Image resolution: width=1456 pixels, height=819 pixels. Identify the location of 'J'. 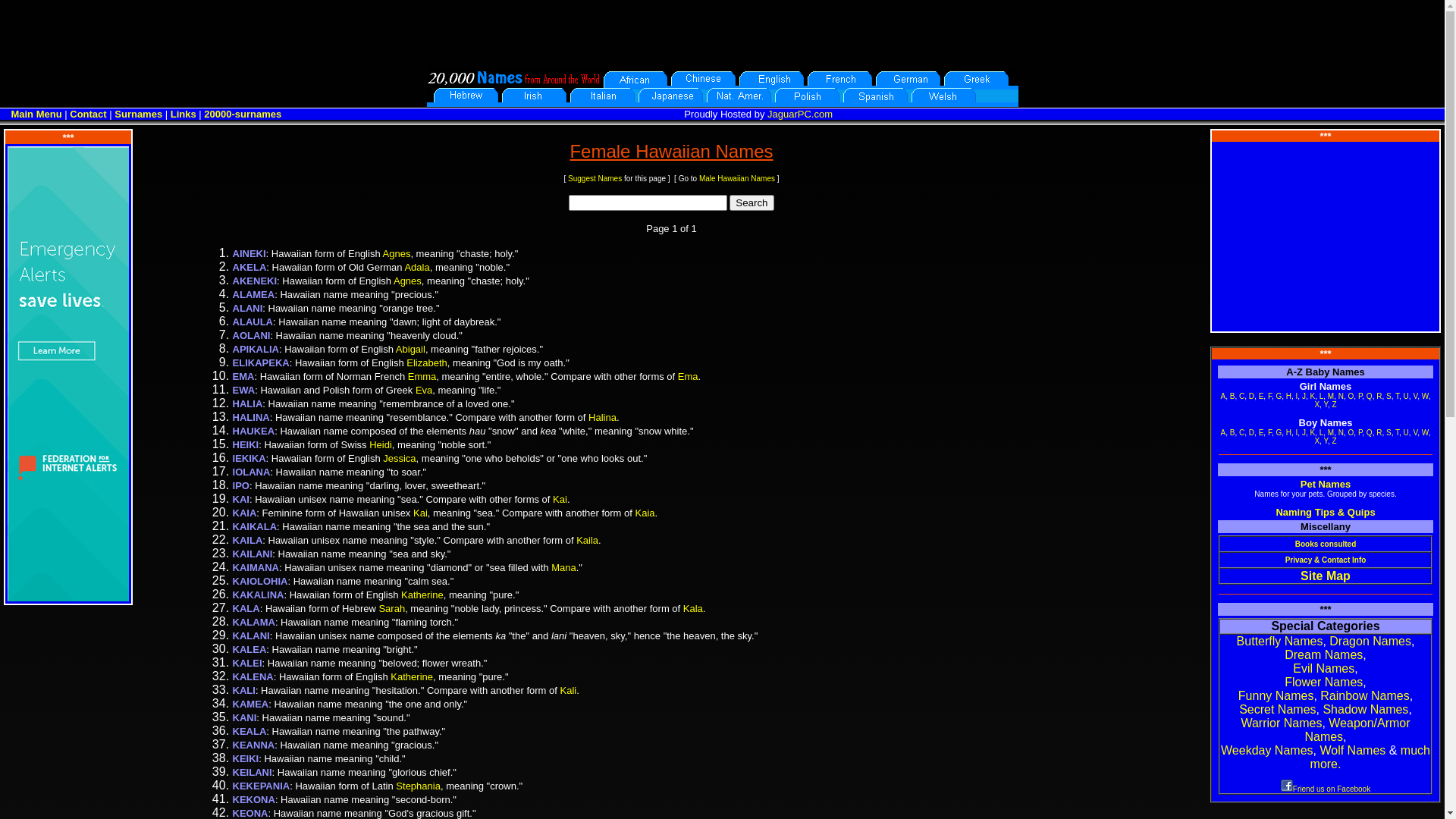
(1301, 432).